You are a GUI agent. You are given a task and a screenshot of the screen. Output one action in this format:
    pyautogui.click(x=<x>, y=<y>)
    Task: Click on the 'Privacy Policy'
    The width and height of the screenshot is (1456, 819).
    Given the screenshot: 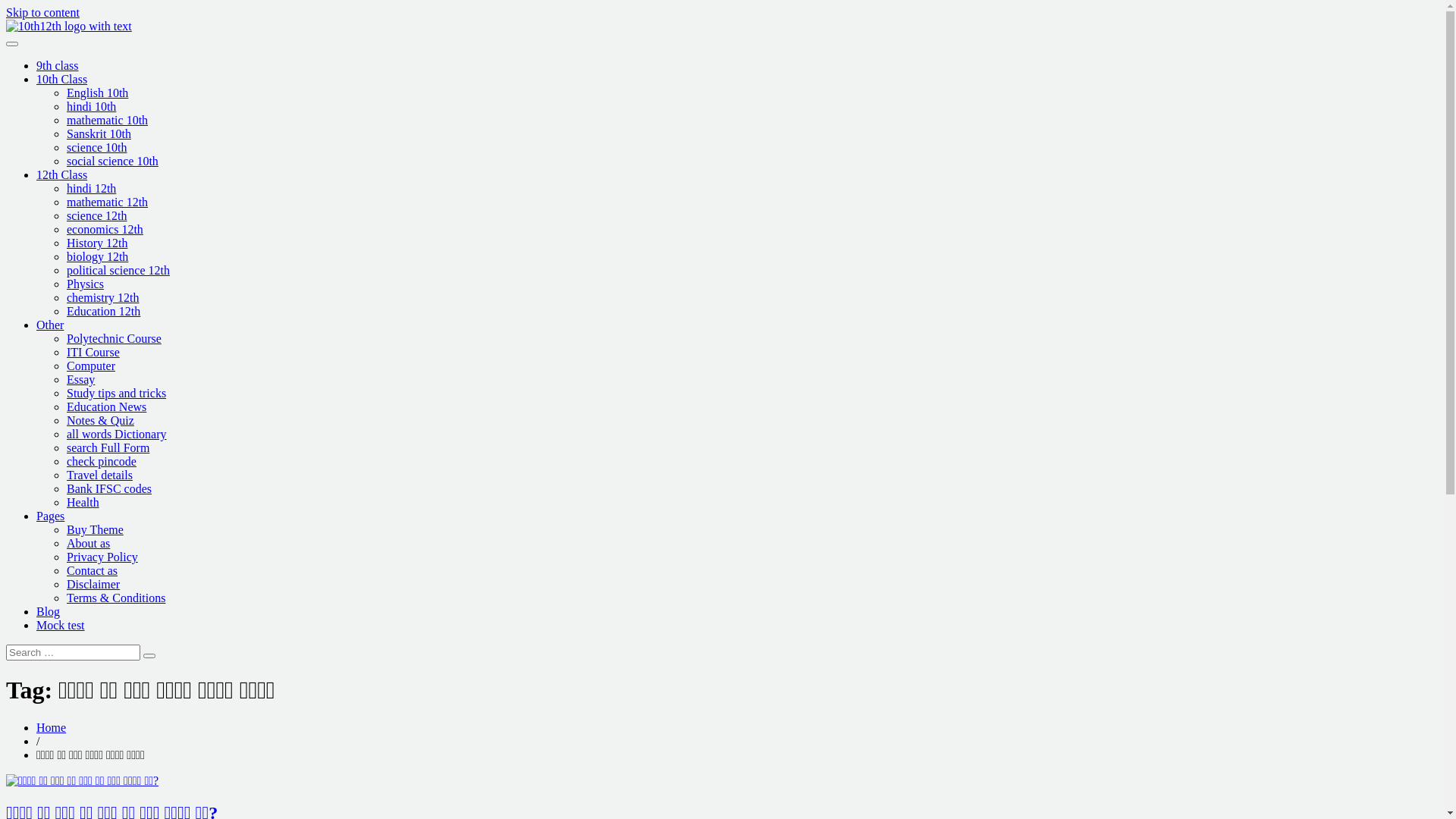 What is the action you would take?
    pyautogui.click(x=65, y=557)
    